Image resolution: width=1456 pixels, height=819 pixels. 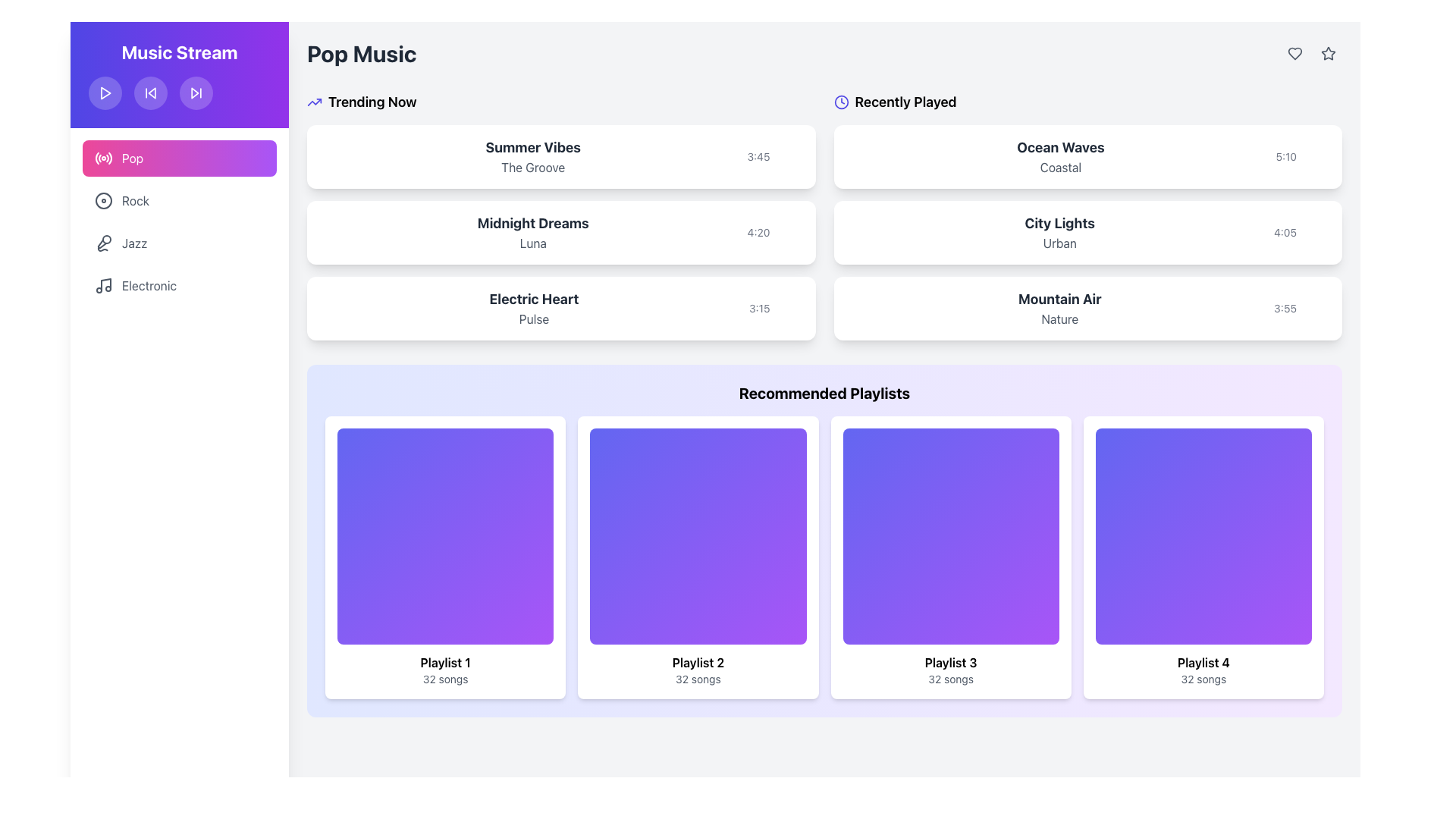 What do you see at coordinates (560, 233) in the screenshot?
I see `the clickable list item representing the music track 'Midnight Dreams' by 'Luna' in the 'Trending Now' section` at bounding box center [560, 233].